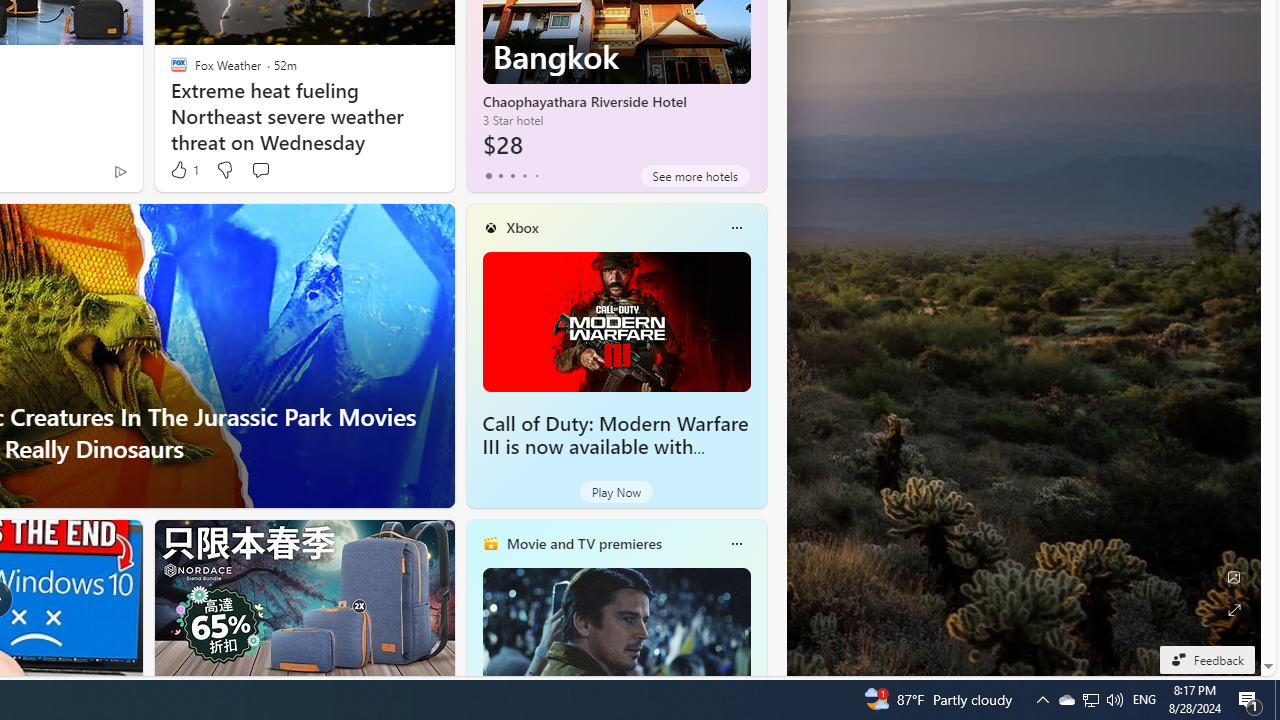 This screenshot has height=720, width=1280. I want to click on 'tab-3', so click(524, 175).